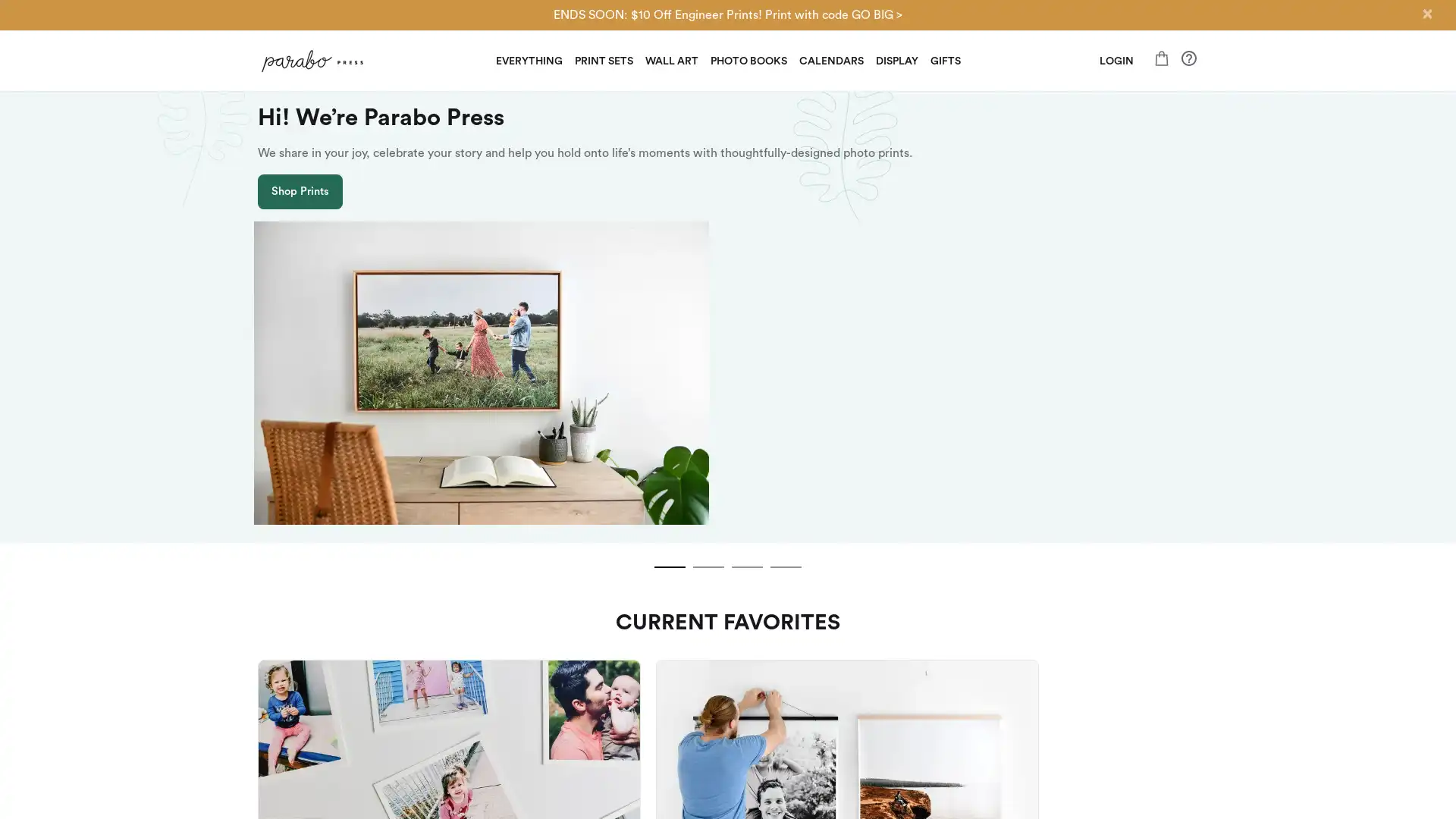  What do you see at coordinates (704, 419) in the screenshot?
I see `slide dot` at bounding box center [704, 419].